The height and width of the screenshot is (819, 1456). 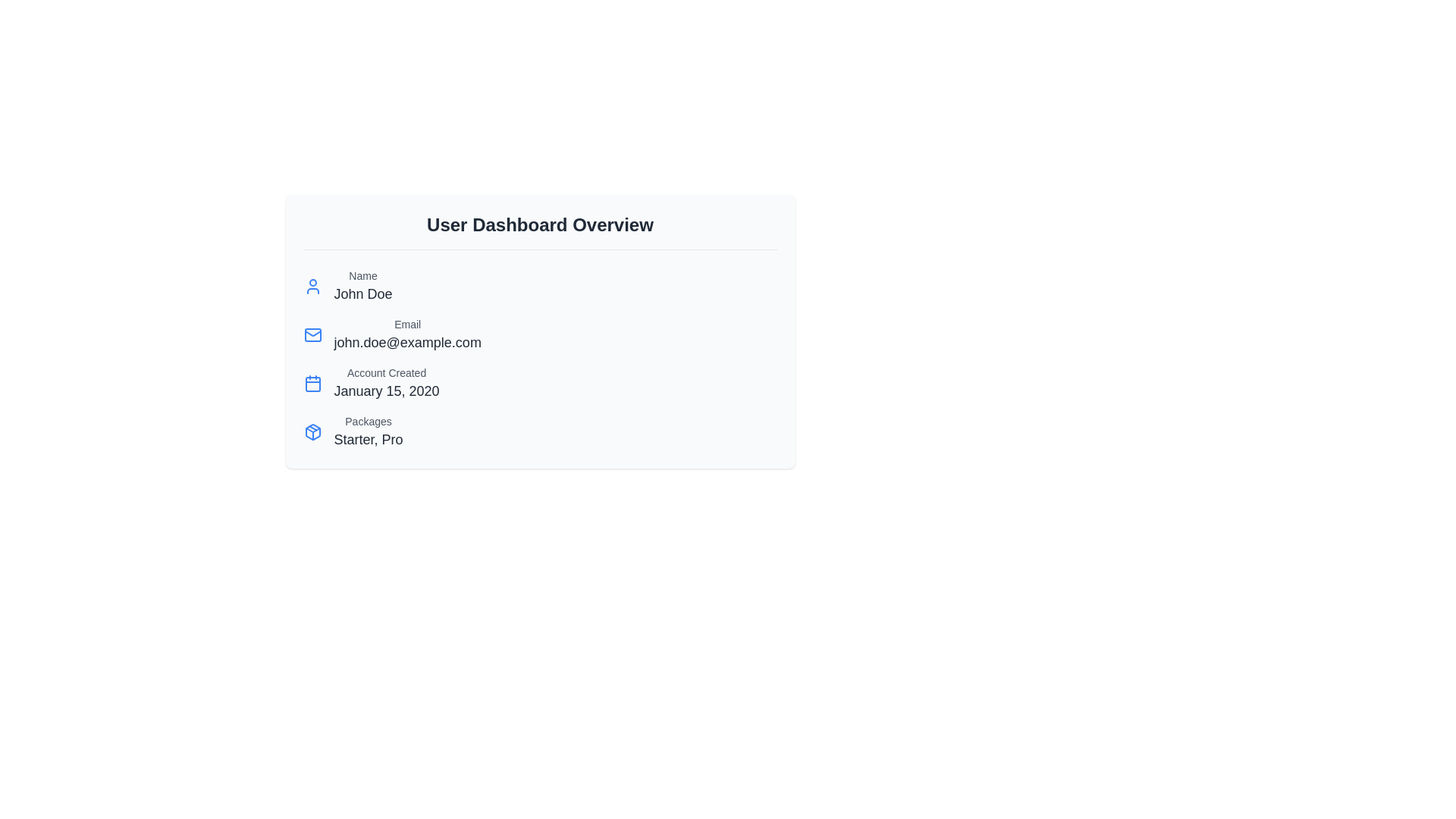 I want to click on the Text label indicating the user's selected packages, which is located below the 'Packages' label in the user information card, so click(x=368, y=439).